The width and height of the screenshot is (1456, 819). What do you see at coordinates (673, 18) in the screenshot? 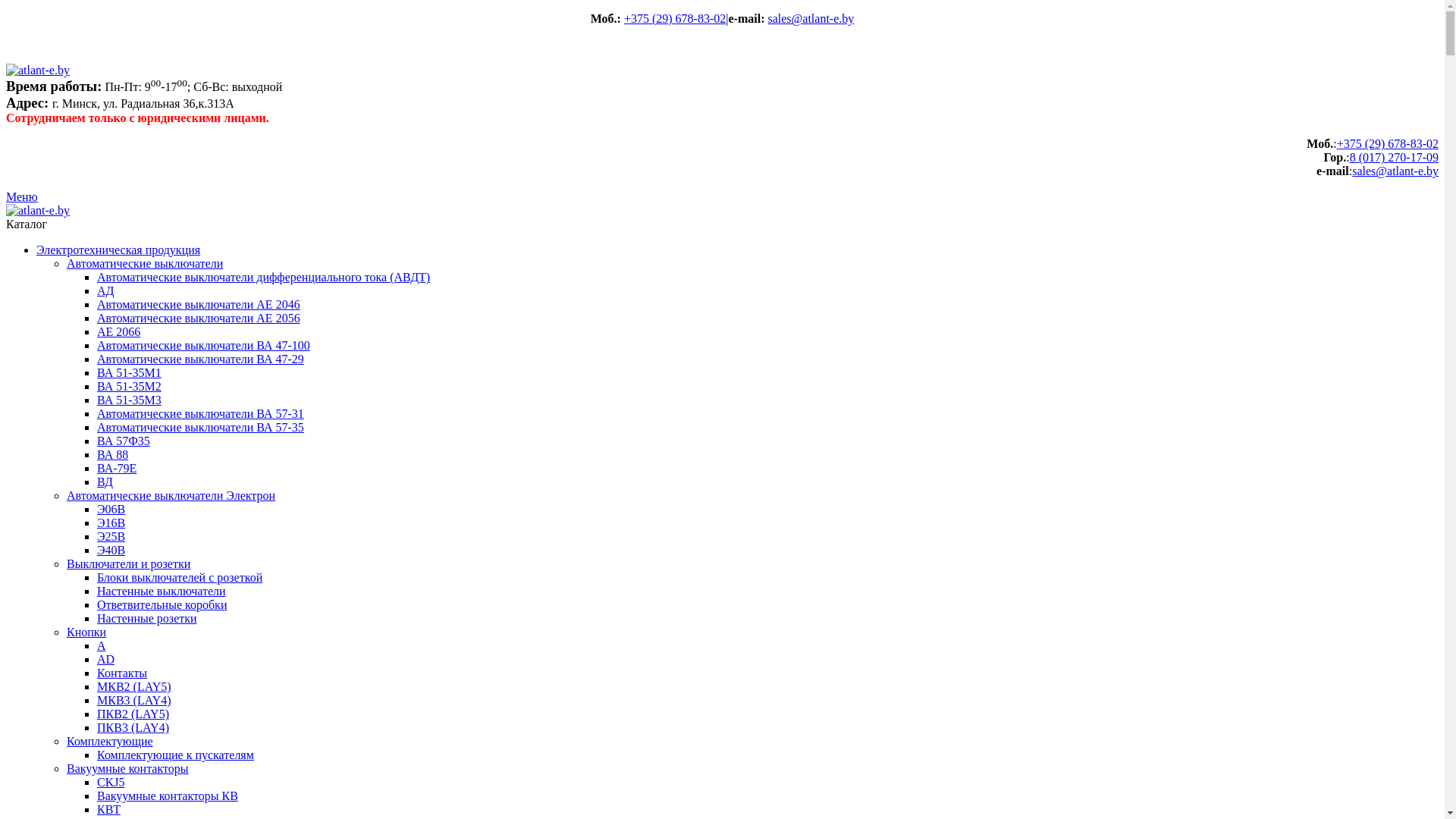
I see `'+375 (29) 678-83-02'` at bounding box center [673, 18].